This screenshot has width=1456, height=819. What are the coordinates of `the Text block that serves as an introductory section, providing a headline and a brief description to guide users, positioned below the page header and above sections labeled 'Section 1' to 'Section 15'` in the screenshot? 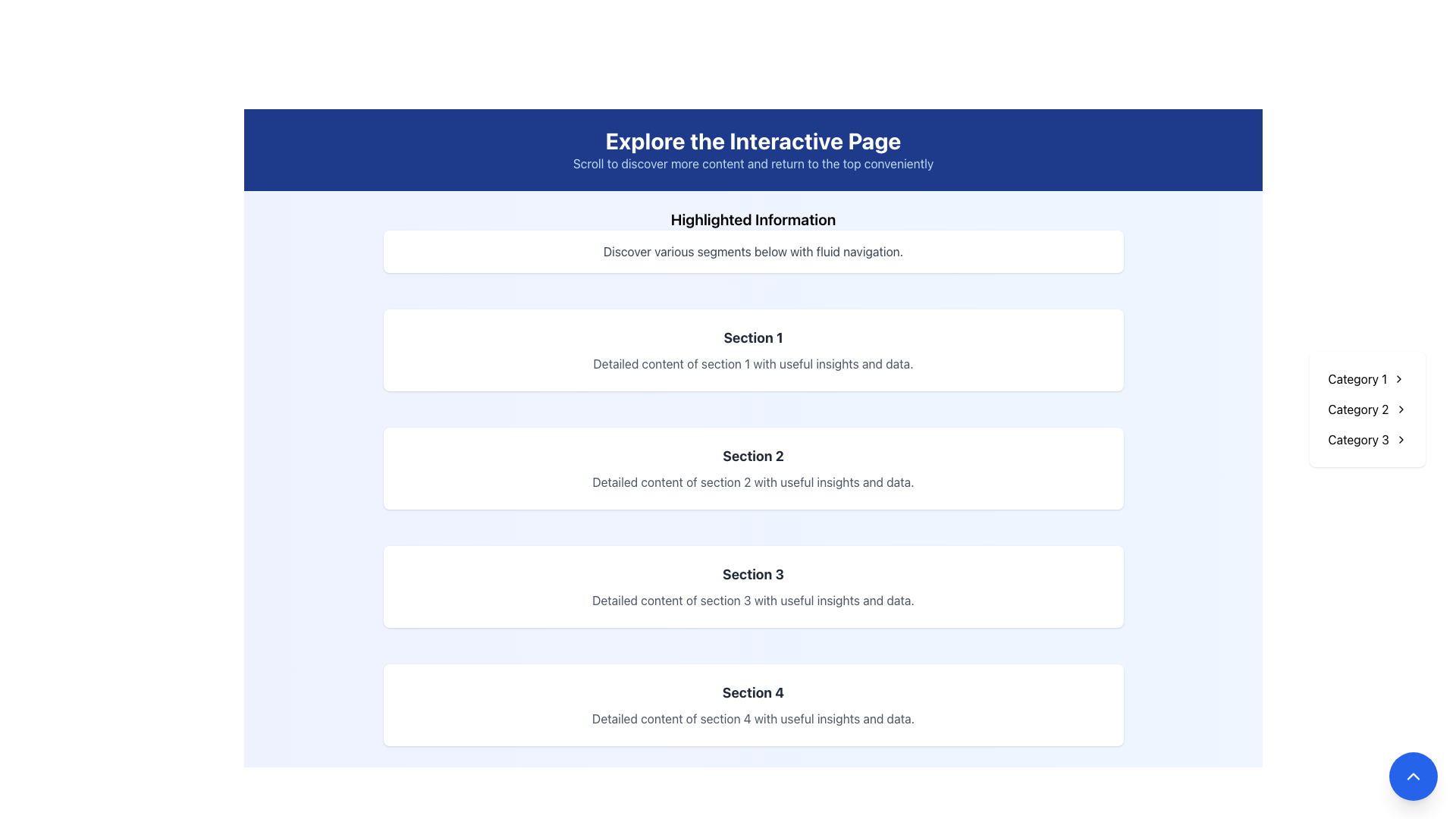 It's located at (753, 240).